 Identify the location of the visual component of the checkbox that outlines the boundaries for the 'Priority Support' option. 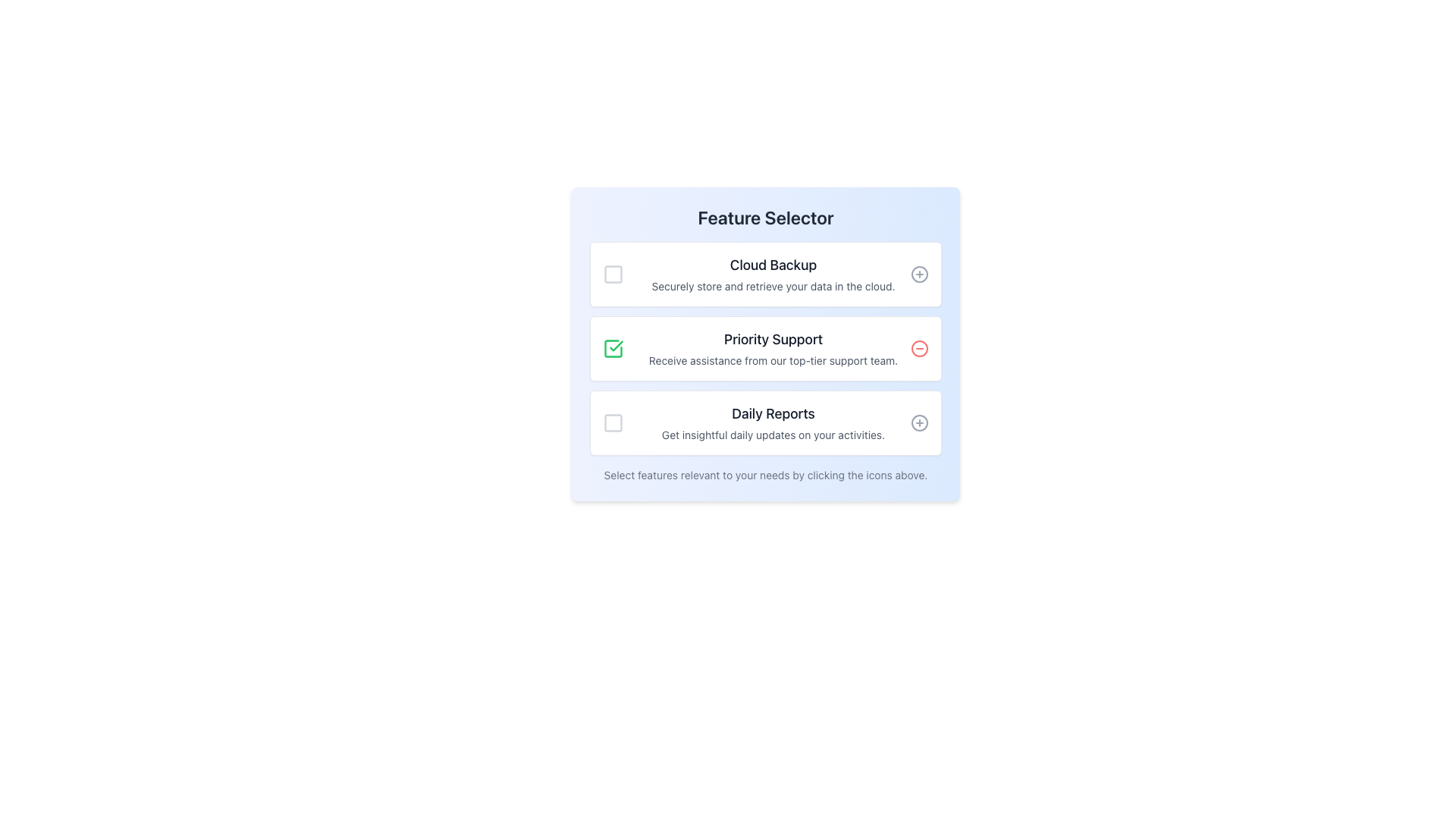
(613, 348).